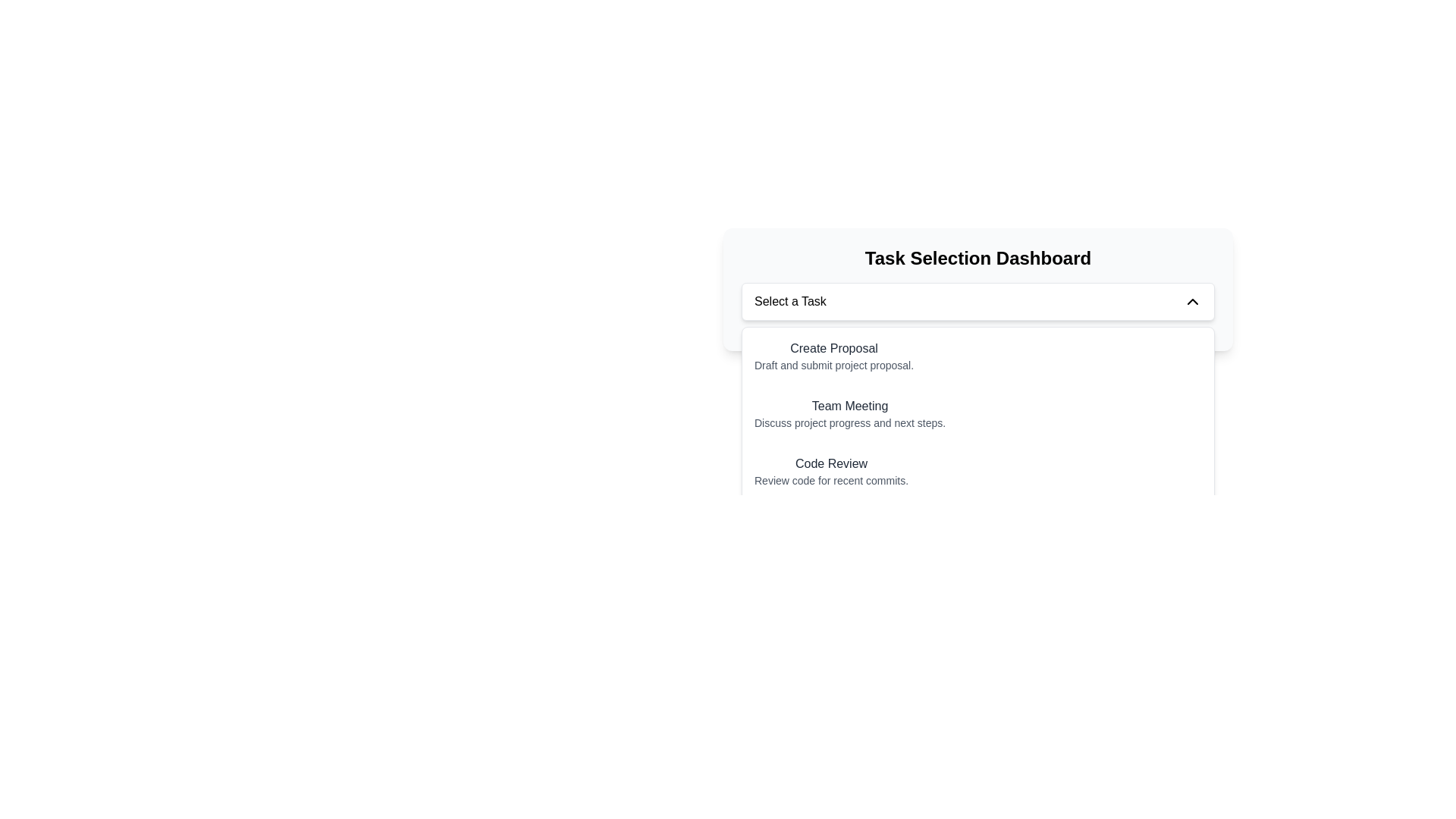 The image size is (1456, 819). What do you see at coordinates (833, 356) in the screenshot?
I see `the List item labeled 'Create Proposal' which features a bold title and a descriptive subtitle, located in the 'Task Selection Dashboard' dropdown menu` at bounding box center [833, 356].